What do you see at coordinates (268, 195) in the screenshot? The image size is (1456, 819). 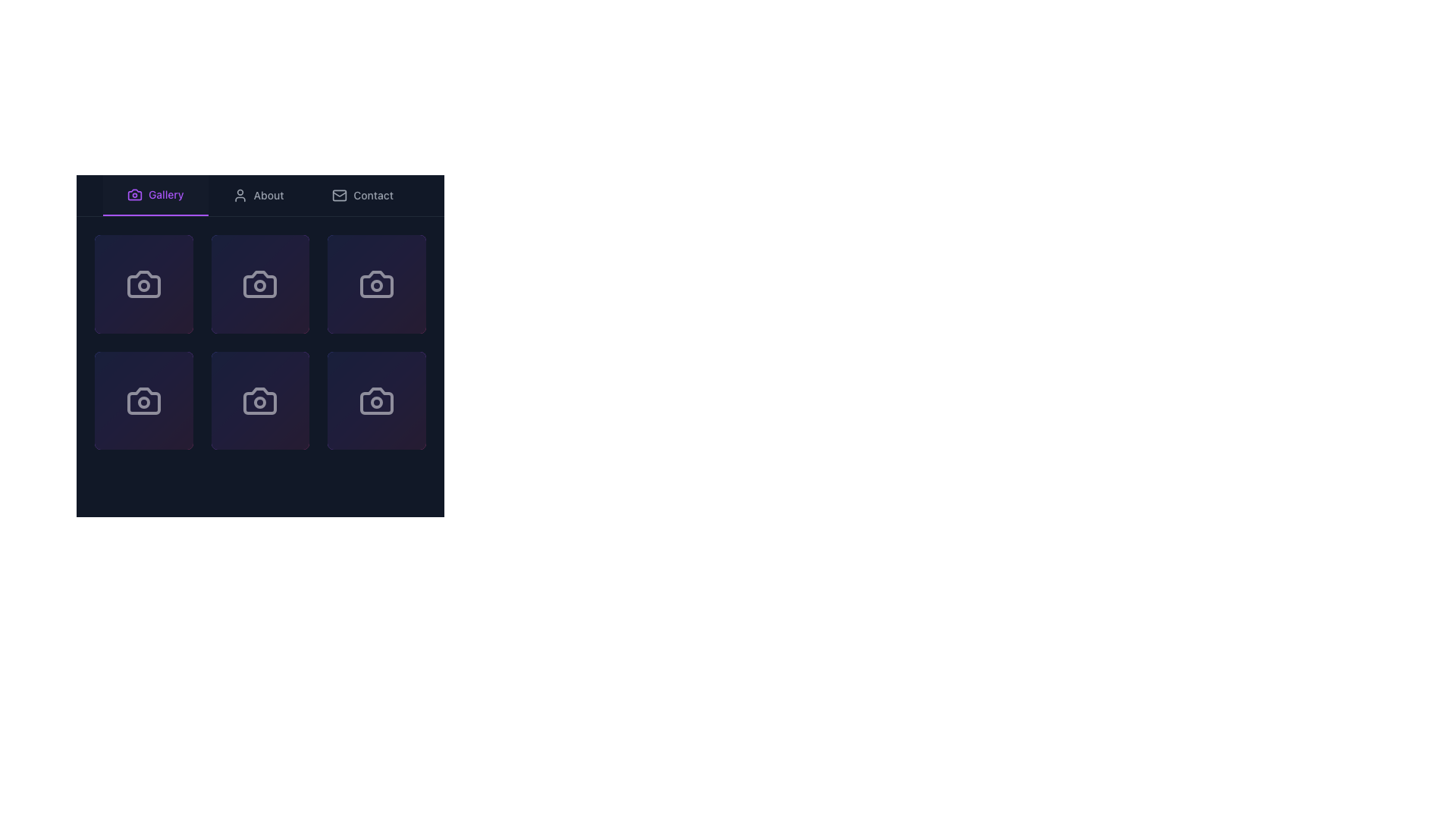 I see `the 'About' text label in the horizontal navigation menu` at bounding box center [268, 195].